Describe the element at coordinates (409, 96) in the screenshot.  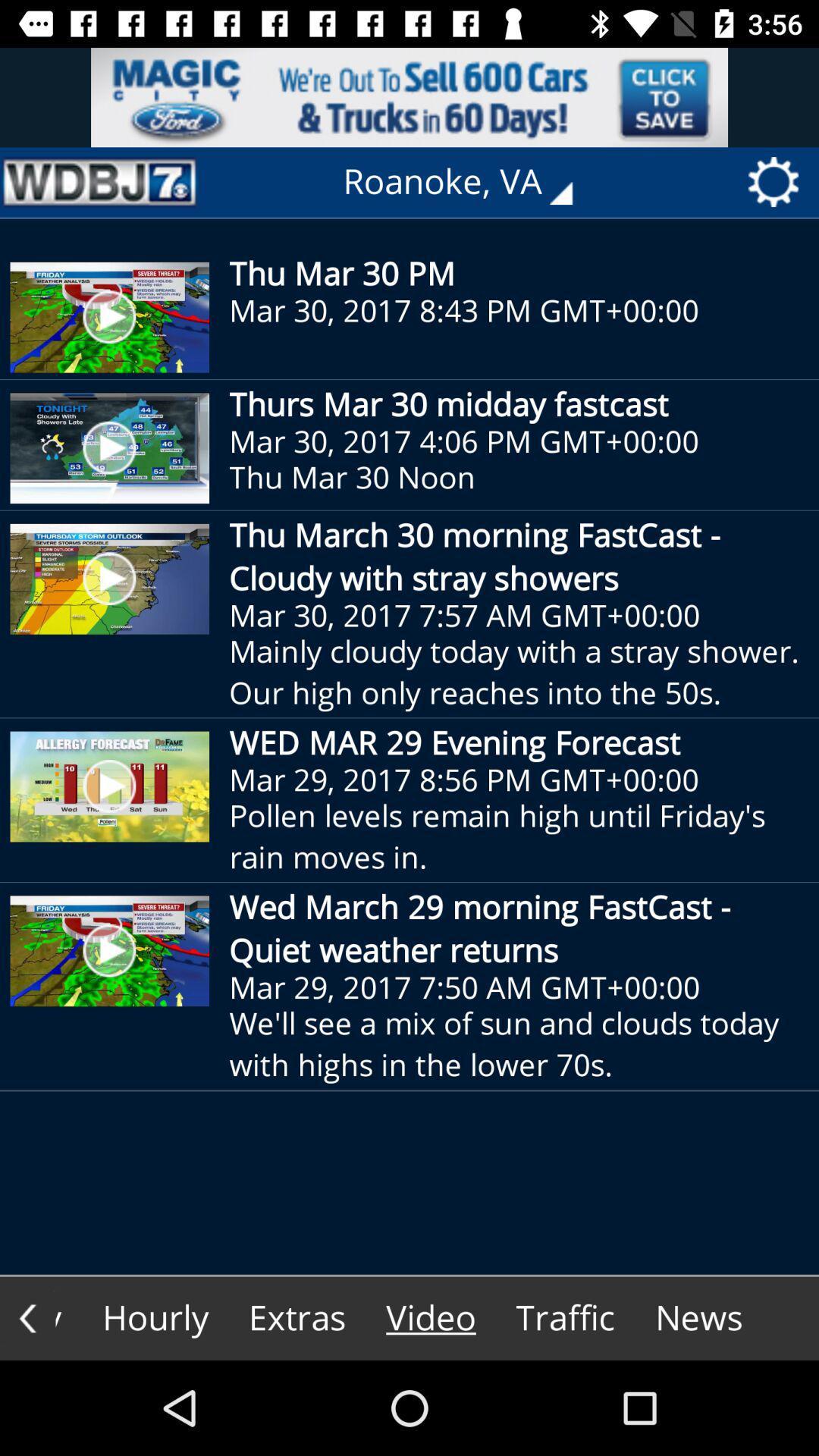
I see `the advertisement option above` at that location.